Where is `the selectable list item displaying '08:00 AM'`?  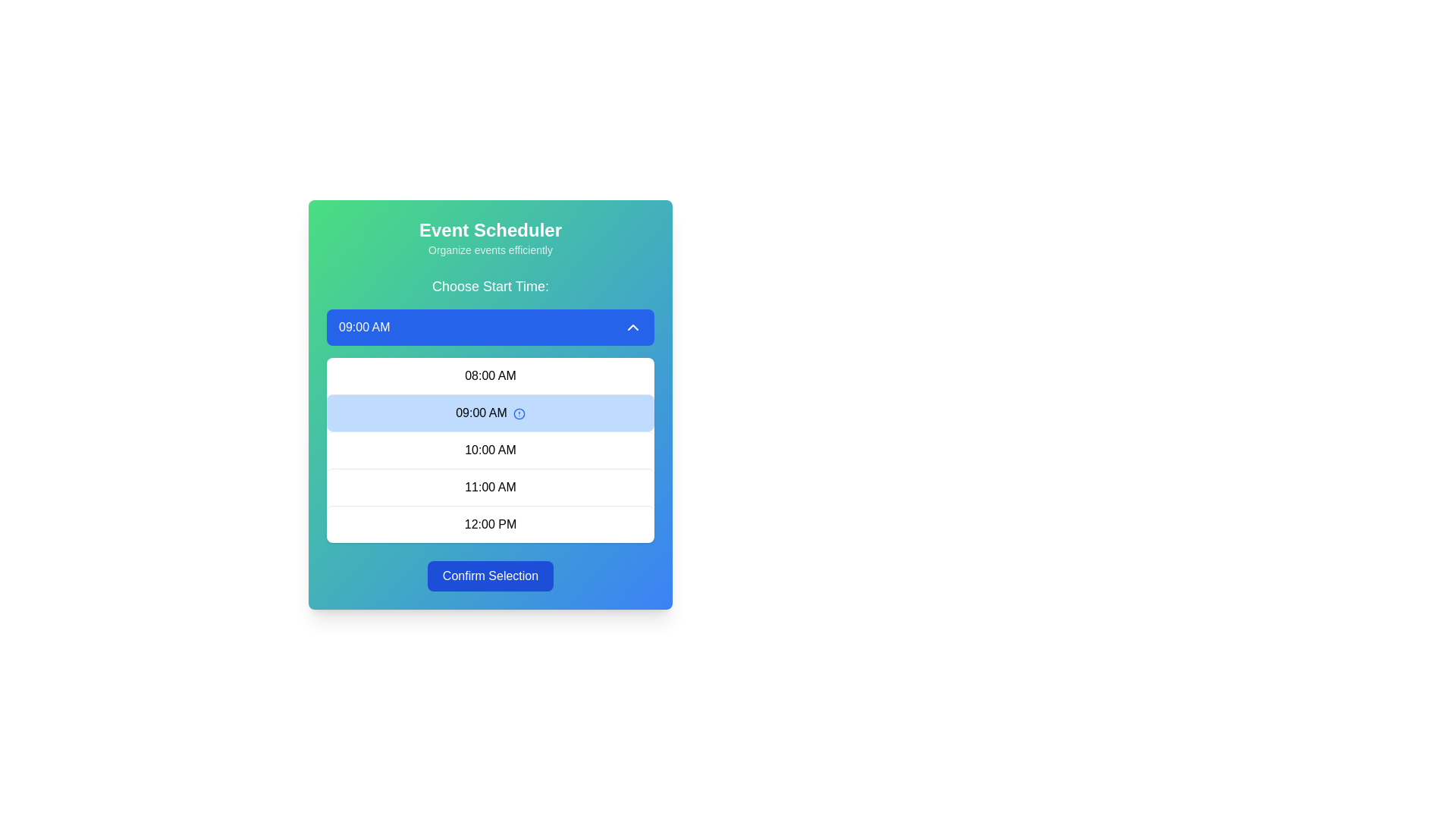 the selectable list item displaying '08:00 AM' is located at coordinates (491, 375).